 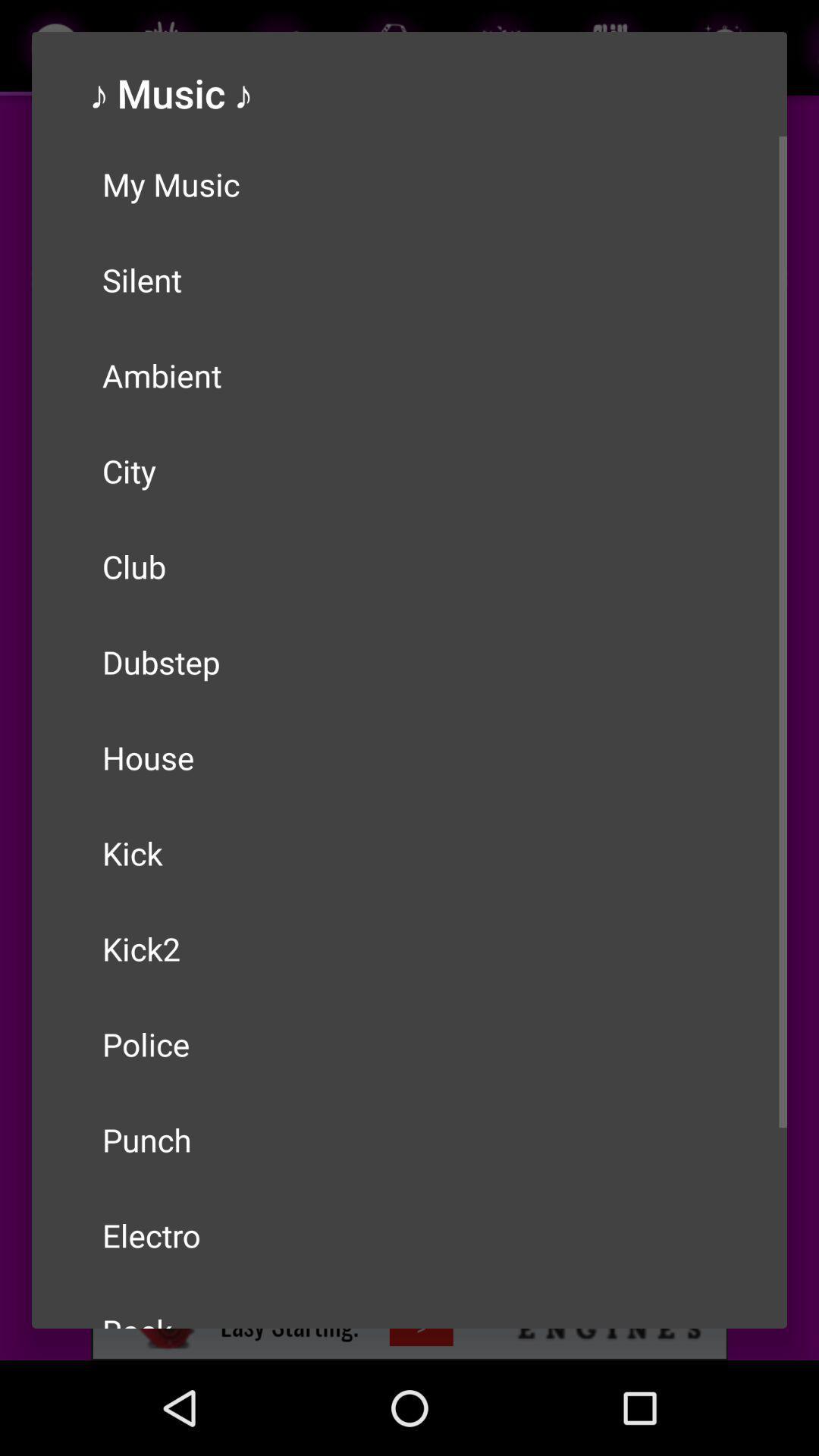 I want to click on the item below 		club icon, so click(x=409, y=662).